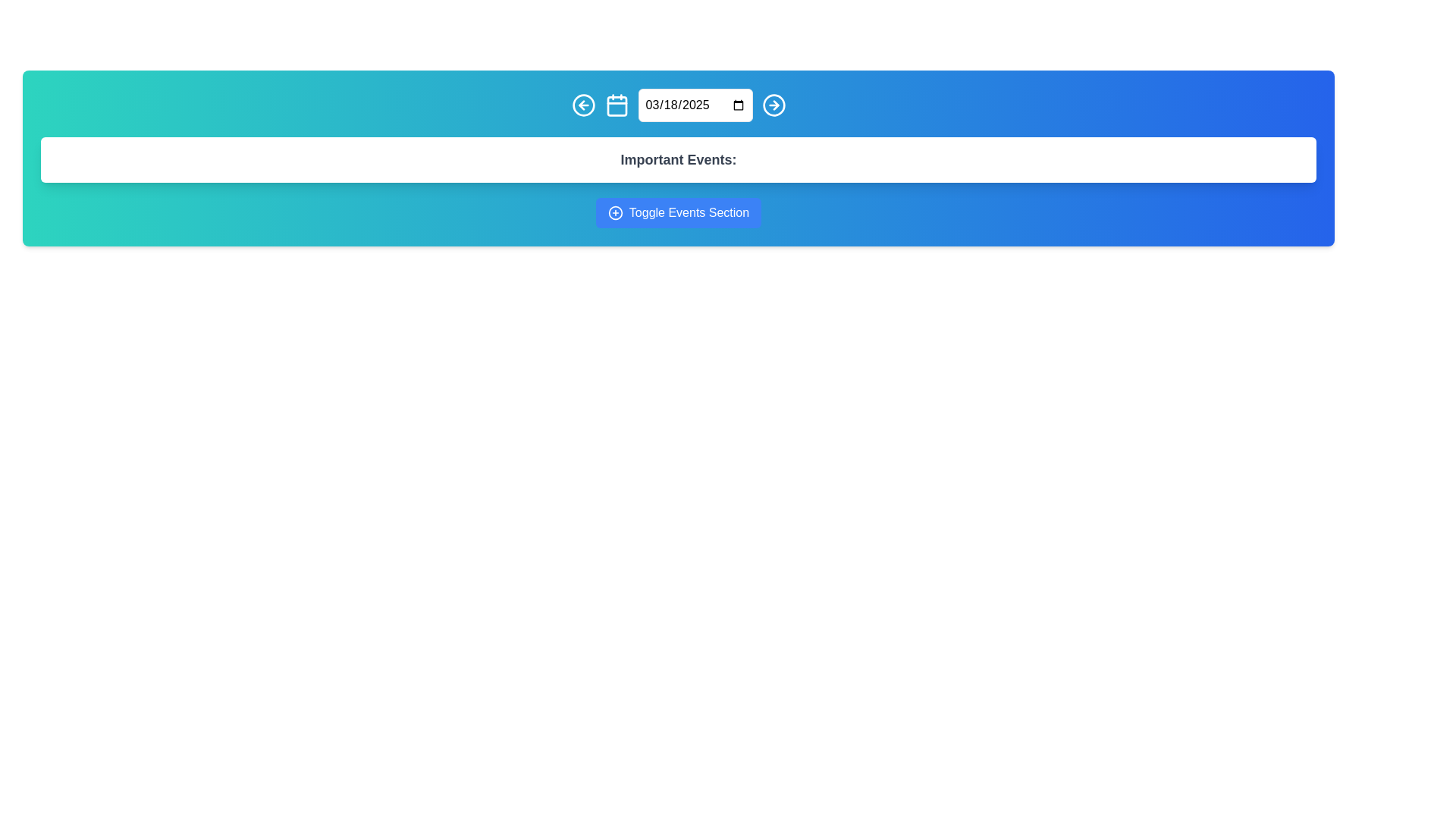  What do you see at coordinates (617, 105) in the screenshot?
I see `the calendar icon located at the top bar of the application` at bounding box center [617, 105].